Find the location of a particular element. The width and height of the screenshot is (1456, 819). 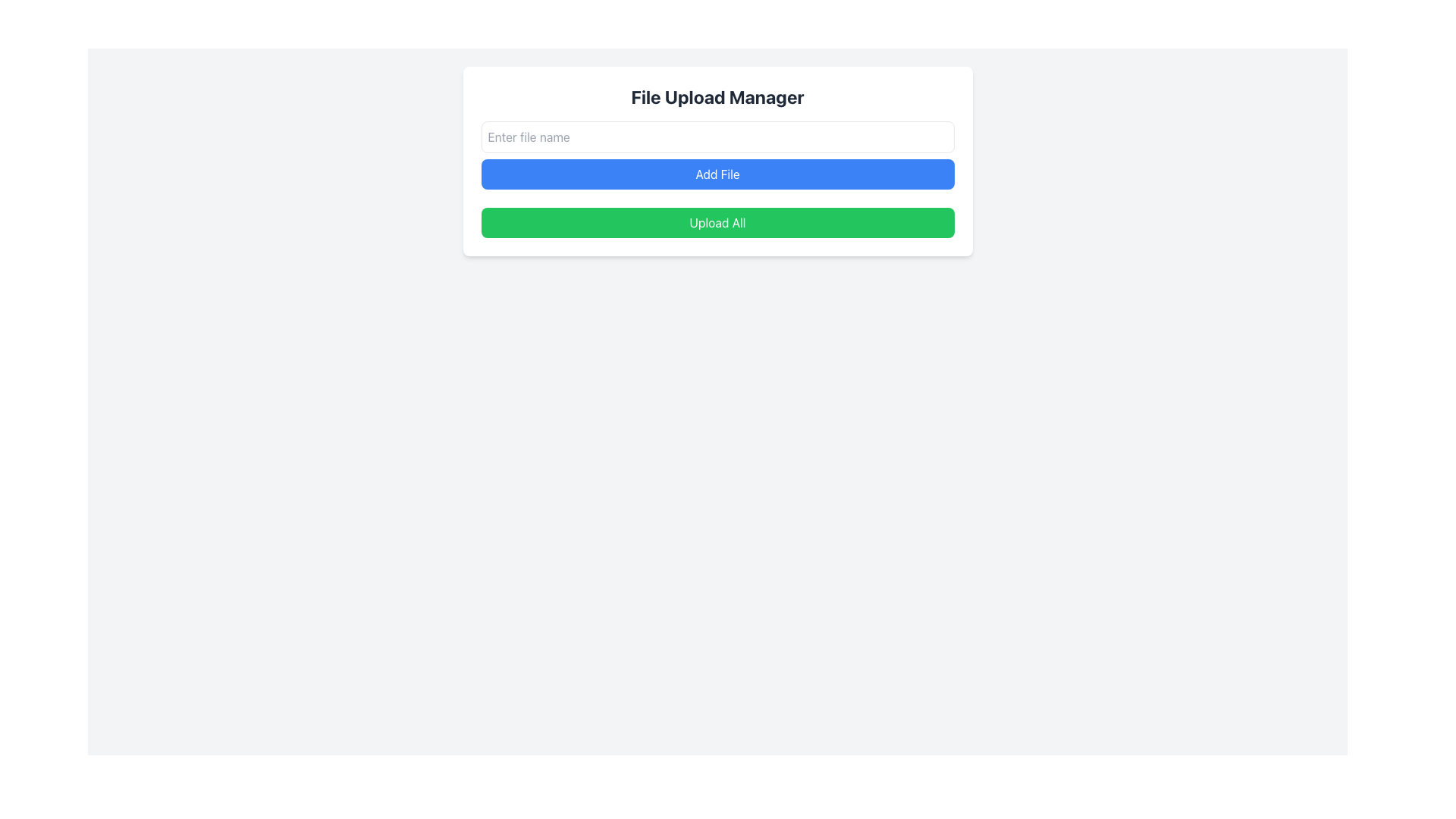

the header text 'File Upload Manager', which is prominently styled in bold and large font, located at the top of the section is located at coordinates (717, 96).